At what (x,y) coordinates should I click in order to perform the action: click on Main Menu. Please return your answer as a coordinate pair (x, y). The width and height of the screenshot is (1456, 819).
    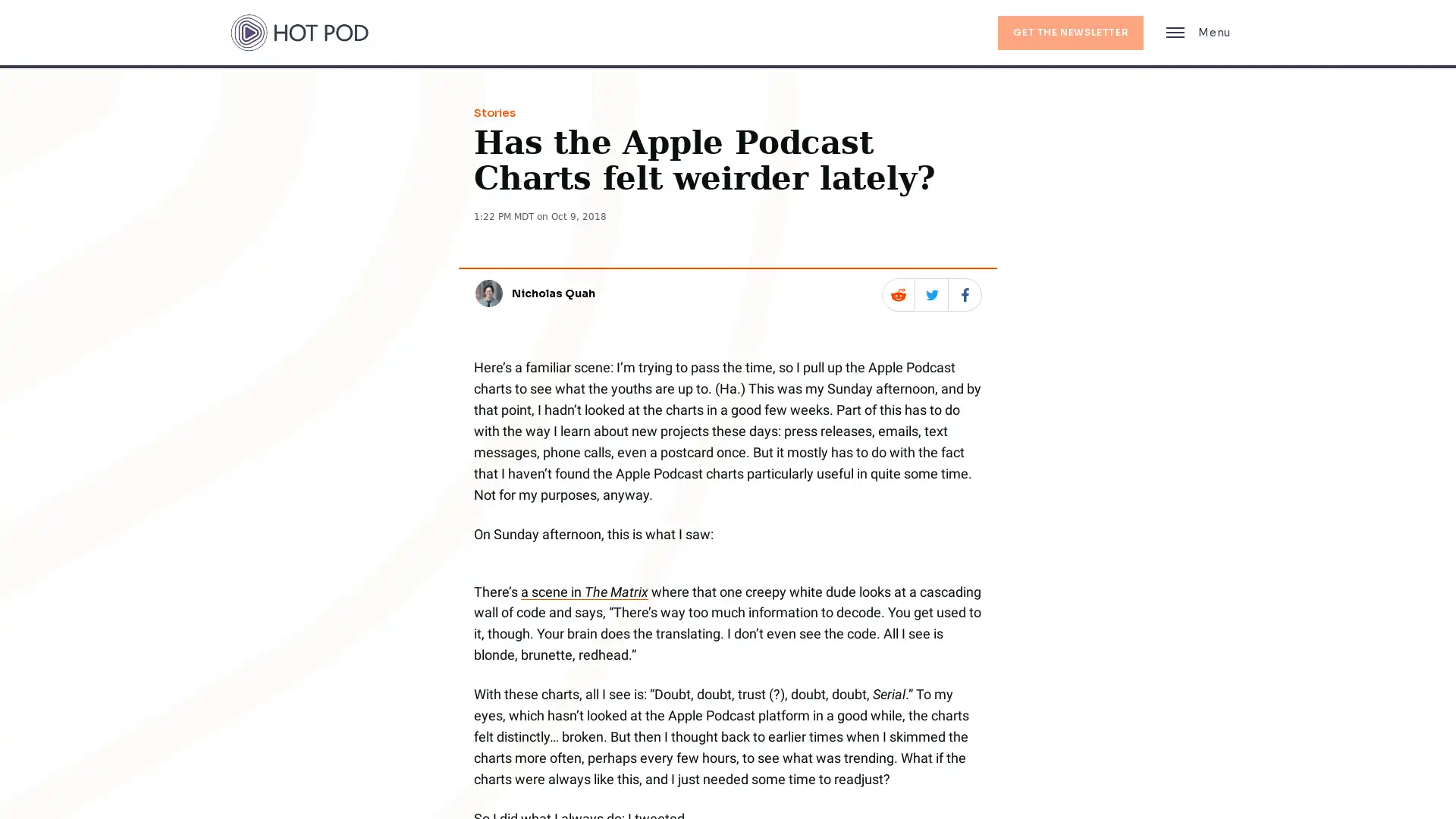
    Looking at the image, I should click on (1197, 32).